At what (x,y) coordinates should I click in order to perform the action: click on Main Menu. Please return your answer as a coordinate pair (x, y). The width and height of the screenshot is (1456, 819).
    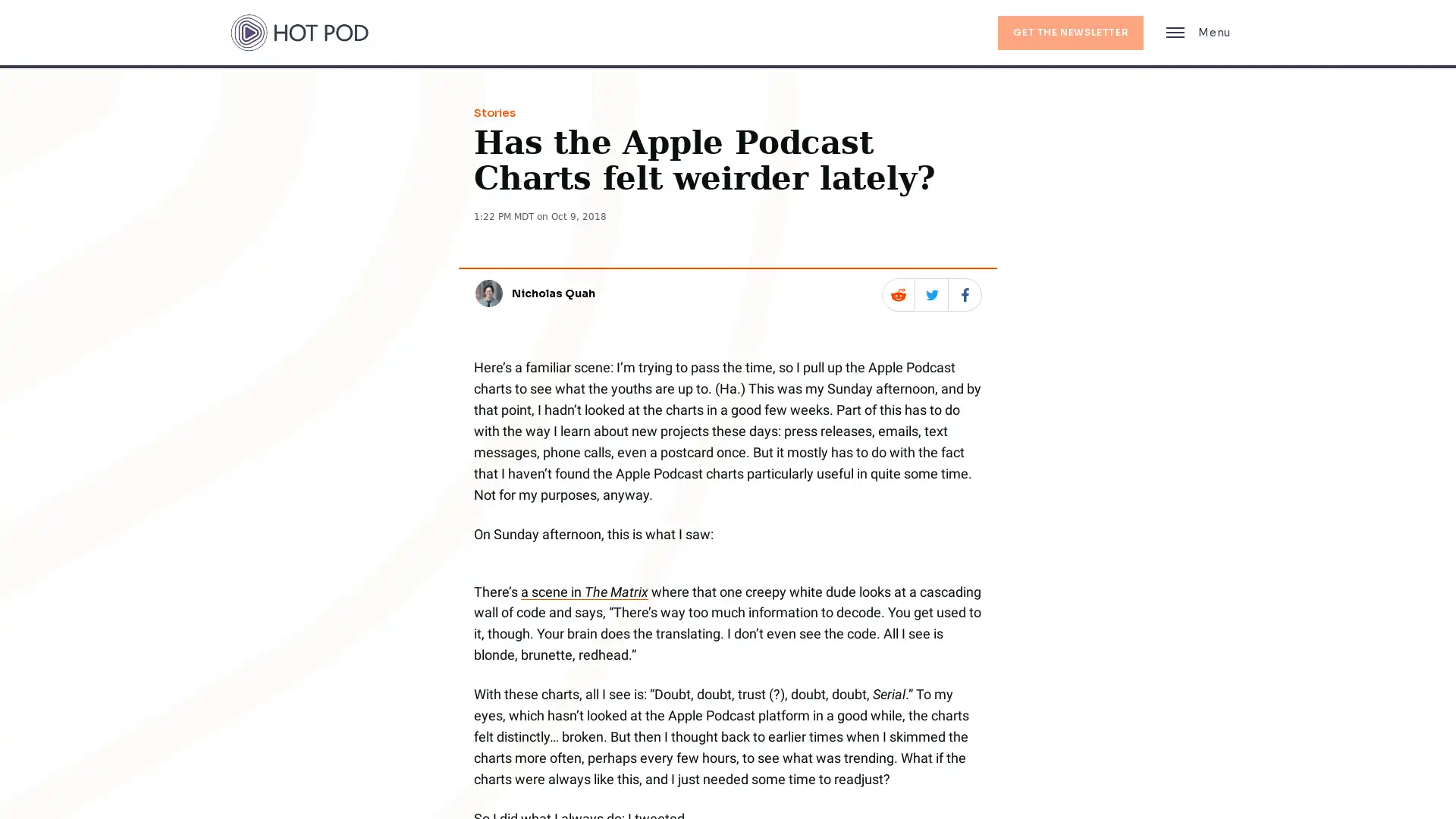
    Looking at the image, I should click on (1197, 32).